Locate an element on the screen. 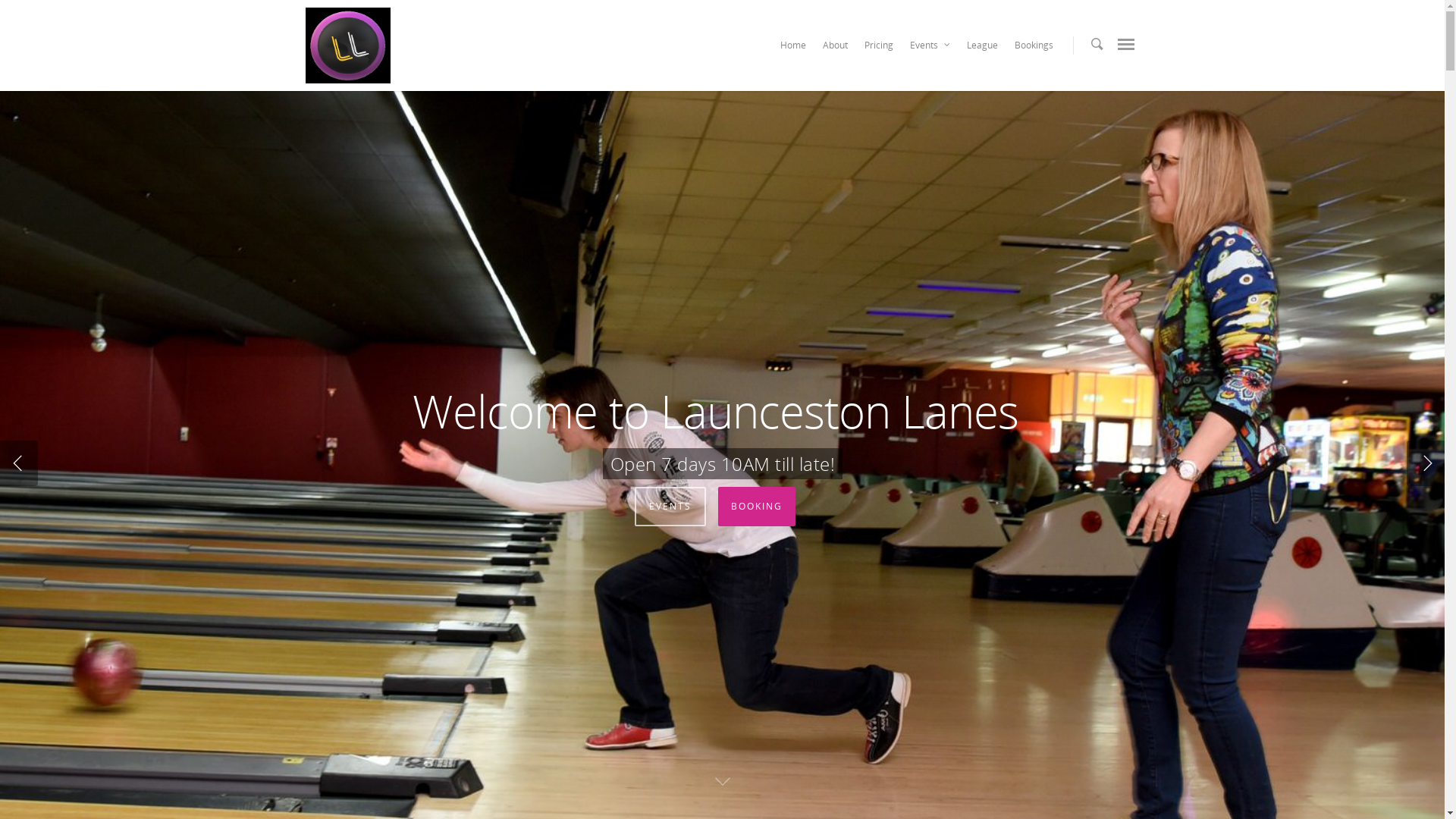 This screenshot has width=1456, height=819. 'About' is located at coordinates (814, 49).